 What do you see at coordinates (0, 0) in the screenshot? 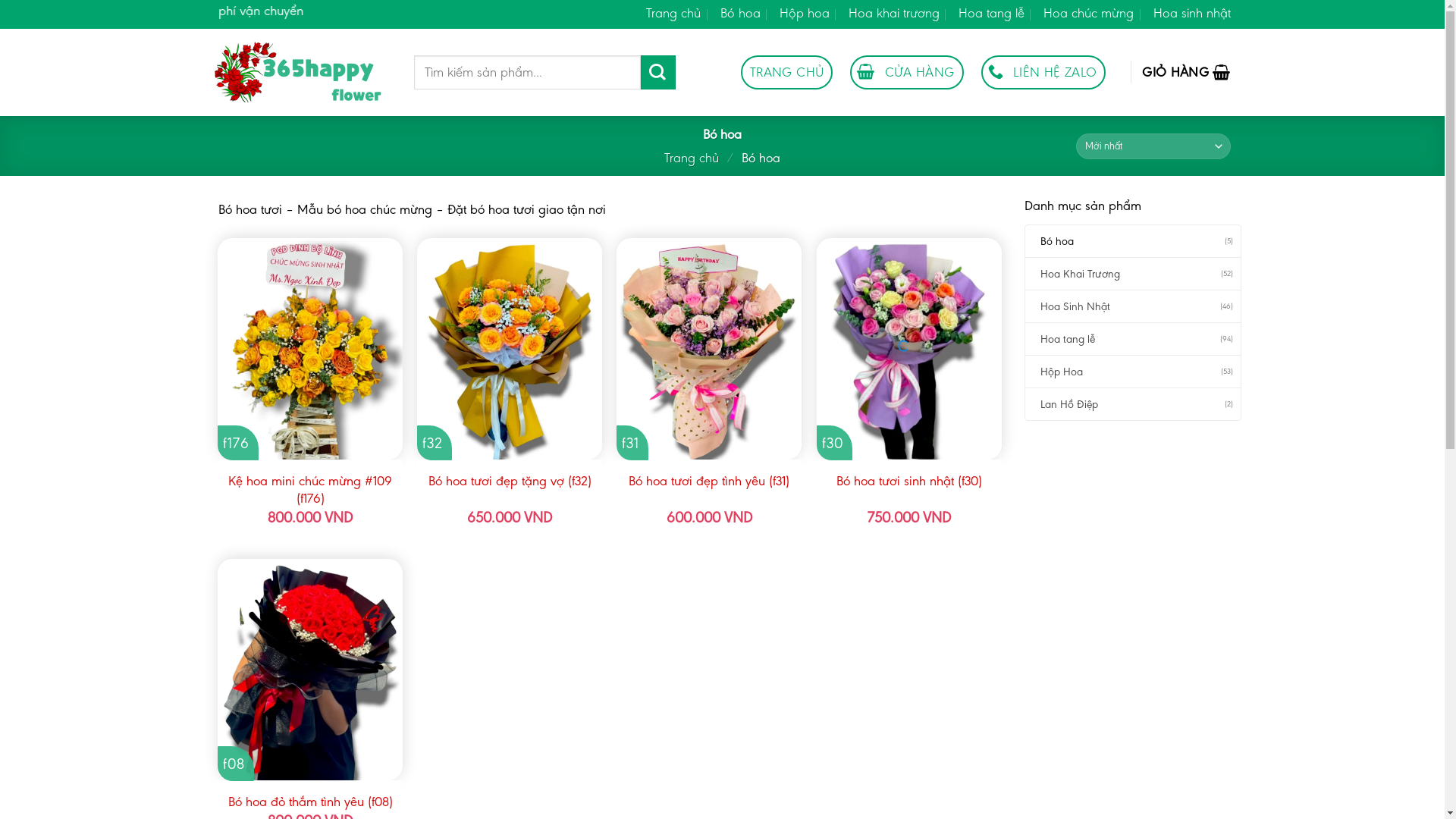
I see `'Skip to content'` at bounding box center [0, 0].